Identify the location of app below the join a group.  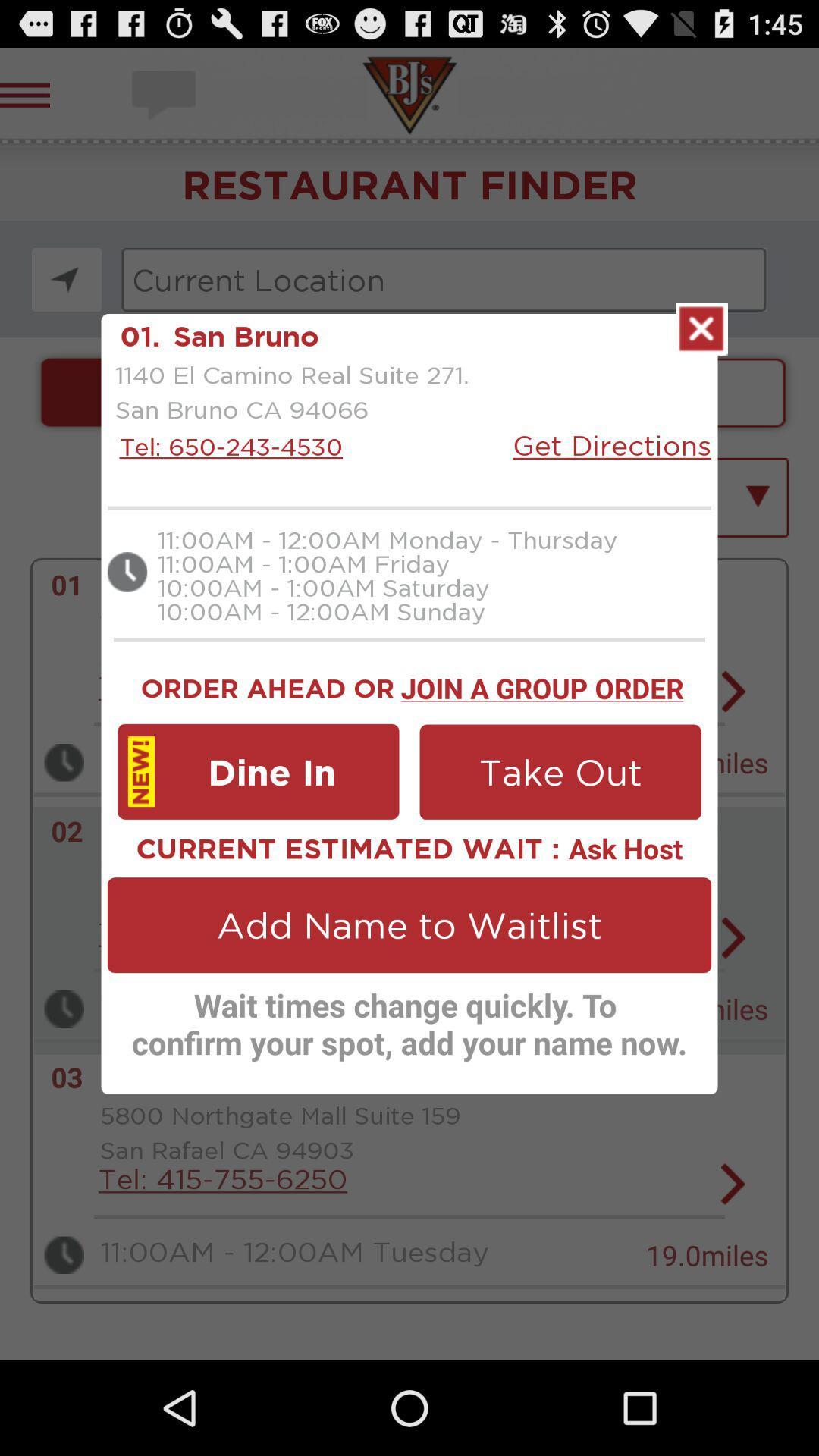
(560, 772).